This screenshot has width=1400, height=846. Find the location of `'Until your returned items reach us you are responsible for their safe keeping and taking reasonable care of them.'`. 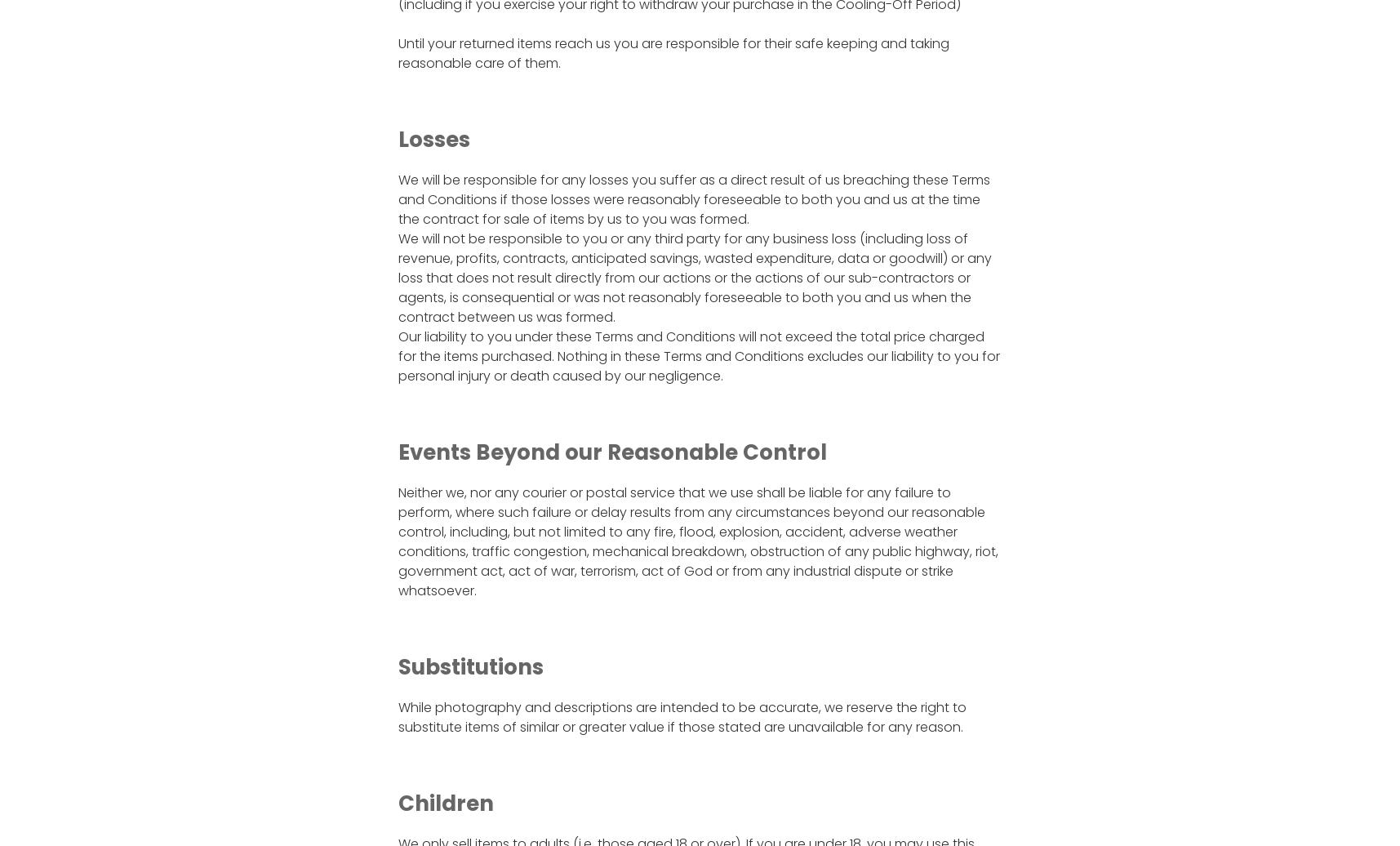

'Until your returned items reach us you are responsible for their safe keeping and taking reasonable care of them.' is located at coordinates (672, 52).